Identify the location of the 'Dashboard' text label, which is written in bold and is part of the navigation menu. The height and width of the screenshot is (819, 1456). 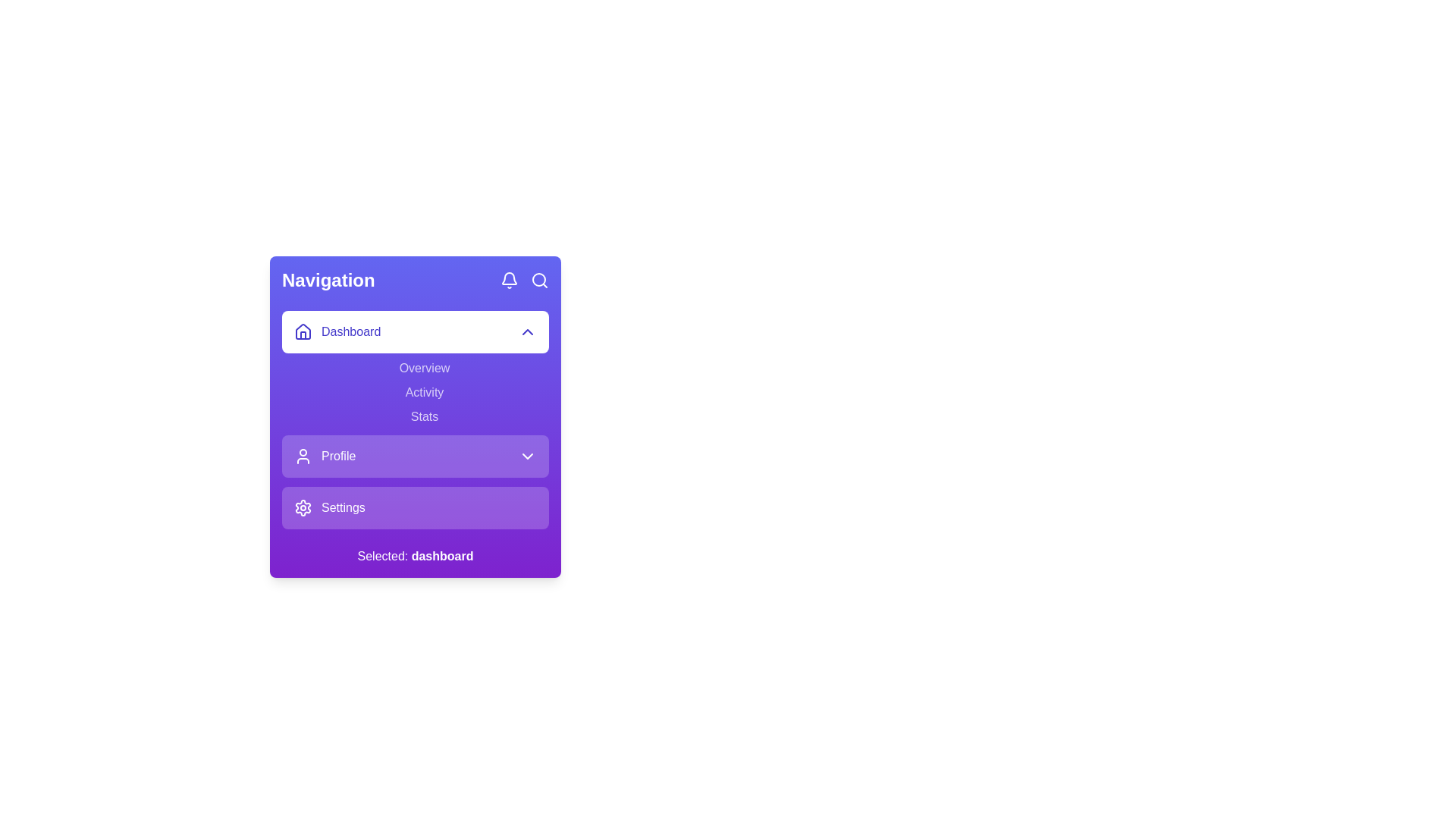
(350, 331).